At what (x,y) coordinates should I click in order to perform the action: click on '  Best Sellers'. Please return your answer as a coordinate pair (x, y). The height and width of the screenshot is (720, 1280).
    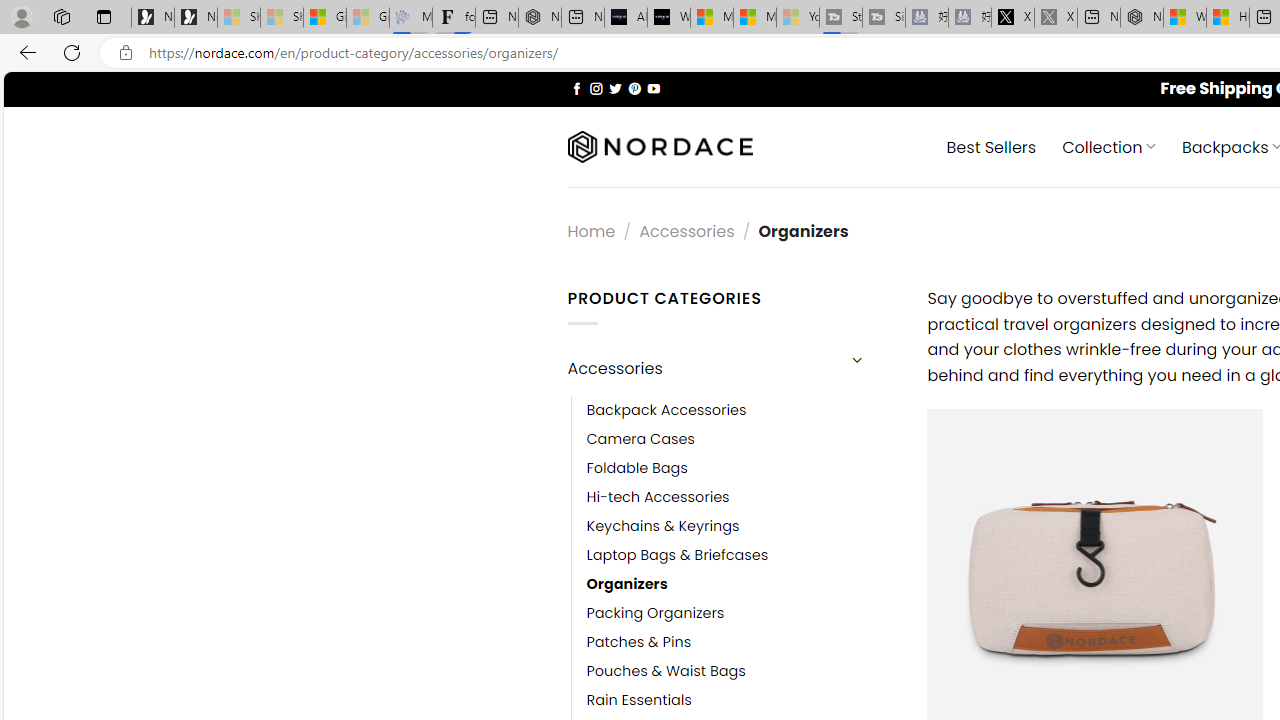
    Looking at the image, I should click on (991, 145).